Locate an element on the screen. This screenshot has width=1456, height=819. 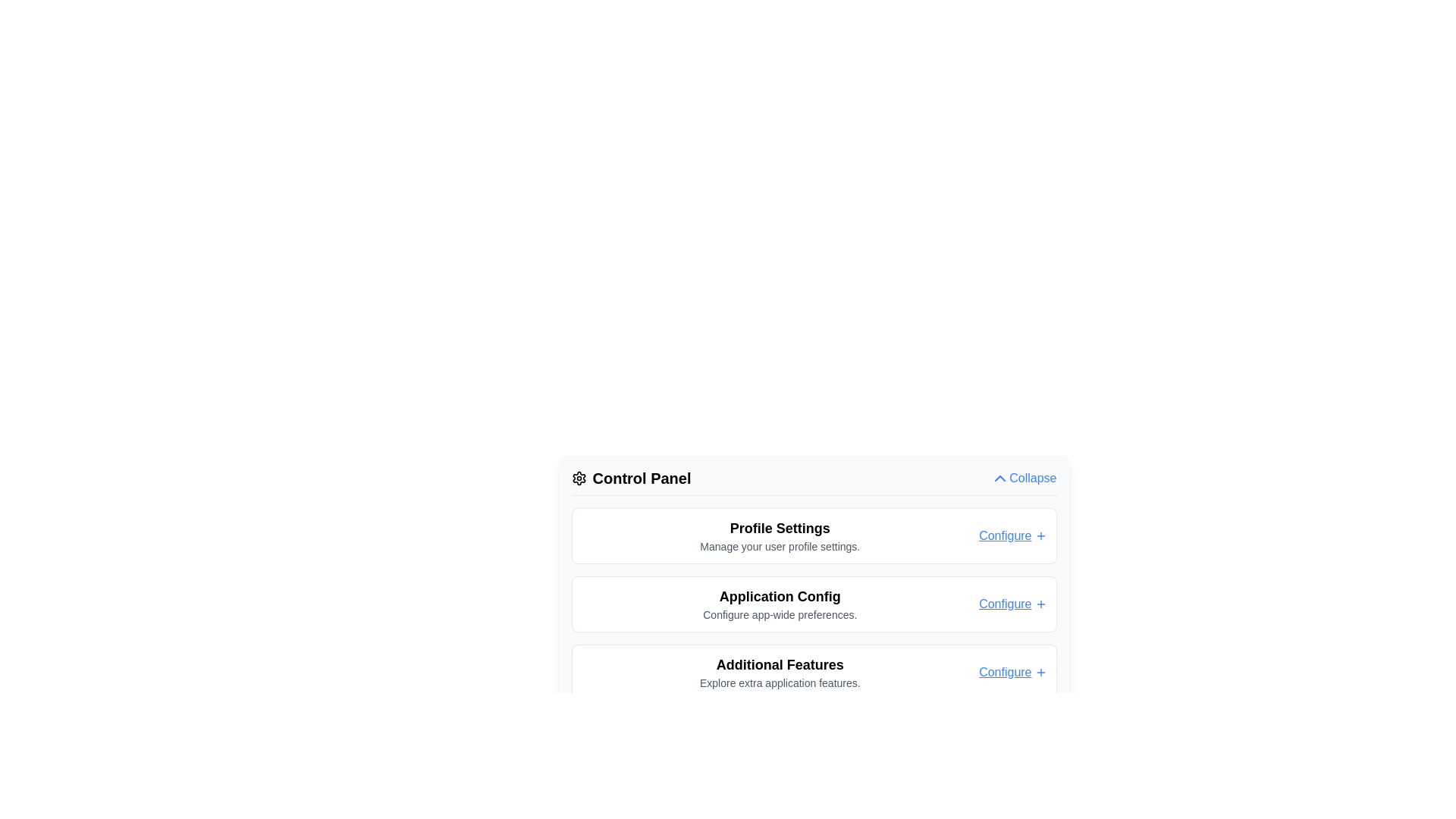
the descriptive text label explaining the purpose of the 'Application Config' section, which is located under the header 'Application Config' as the second line of text is located at coordinates (780, 614).